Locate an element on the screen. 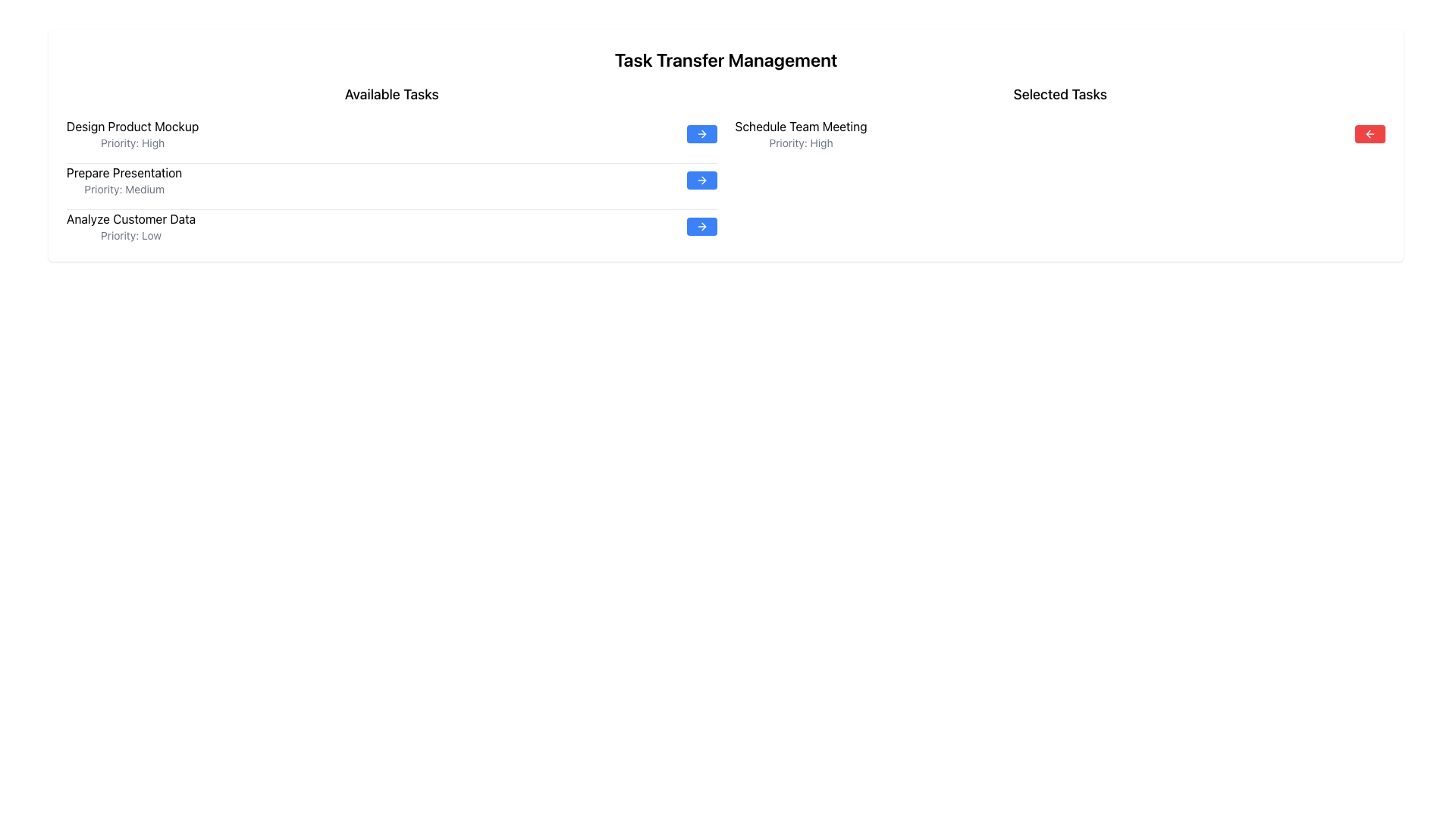  priority value from the text label displaying 'Priority: High', which is styled in a smaller, lighter gray font and located beneath the 'Design Product Mockup' title in the 'Available Tasks' section is located at coordinates (133, 143).